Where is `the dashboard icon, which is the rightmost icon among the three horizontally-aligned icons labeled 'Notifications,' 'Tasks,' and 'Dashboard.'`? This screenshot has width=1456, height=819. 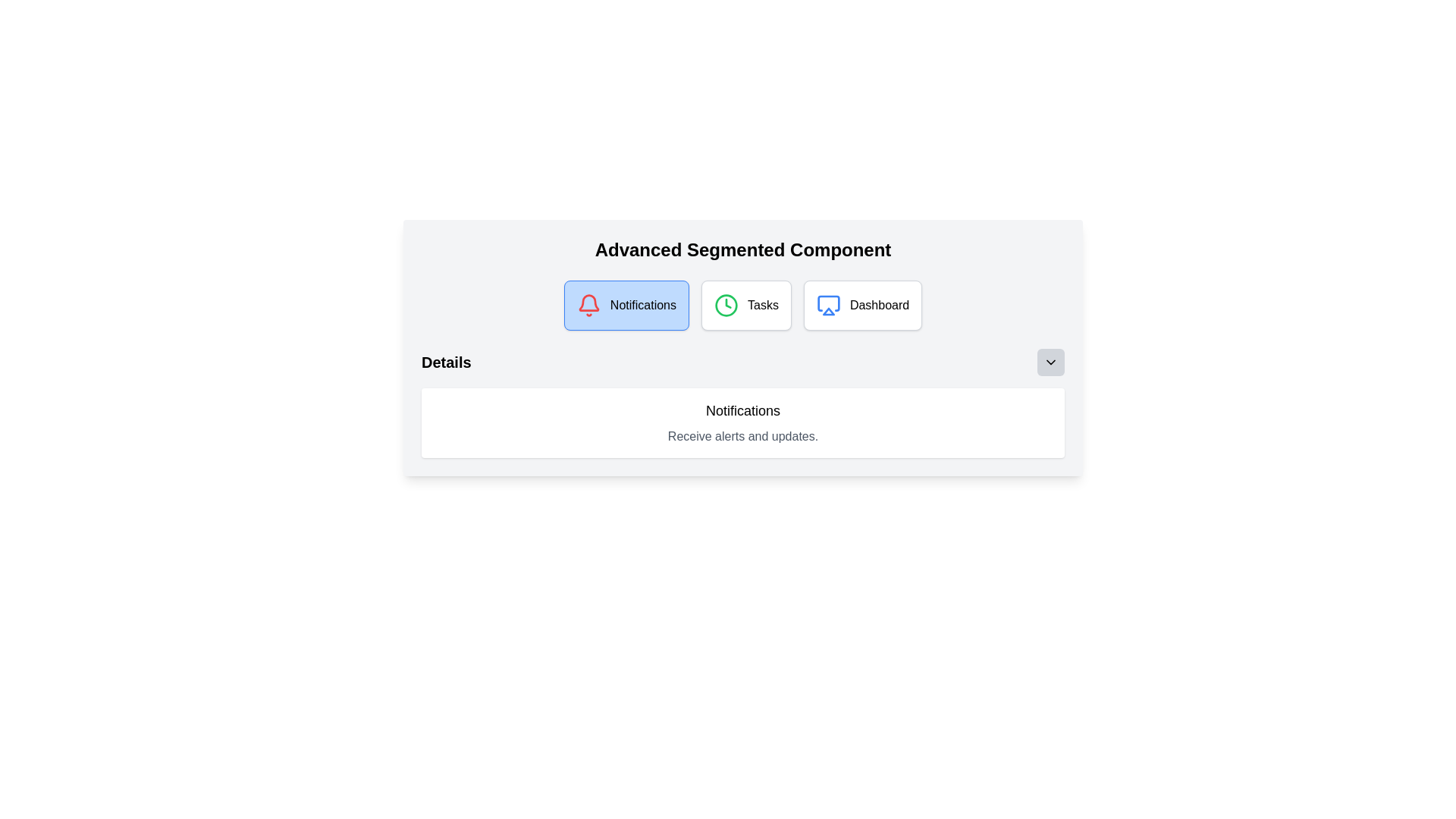
the dashboard icon, which is the rightmost icon among the three horizontally-aligned icons labeled 'Notifications,' 'Tasks,' and 'Dashboard.' is located at coordinates (827, 303).